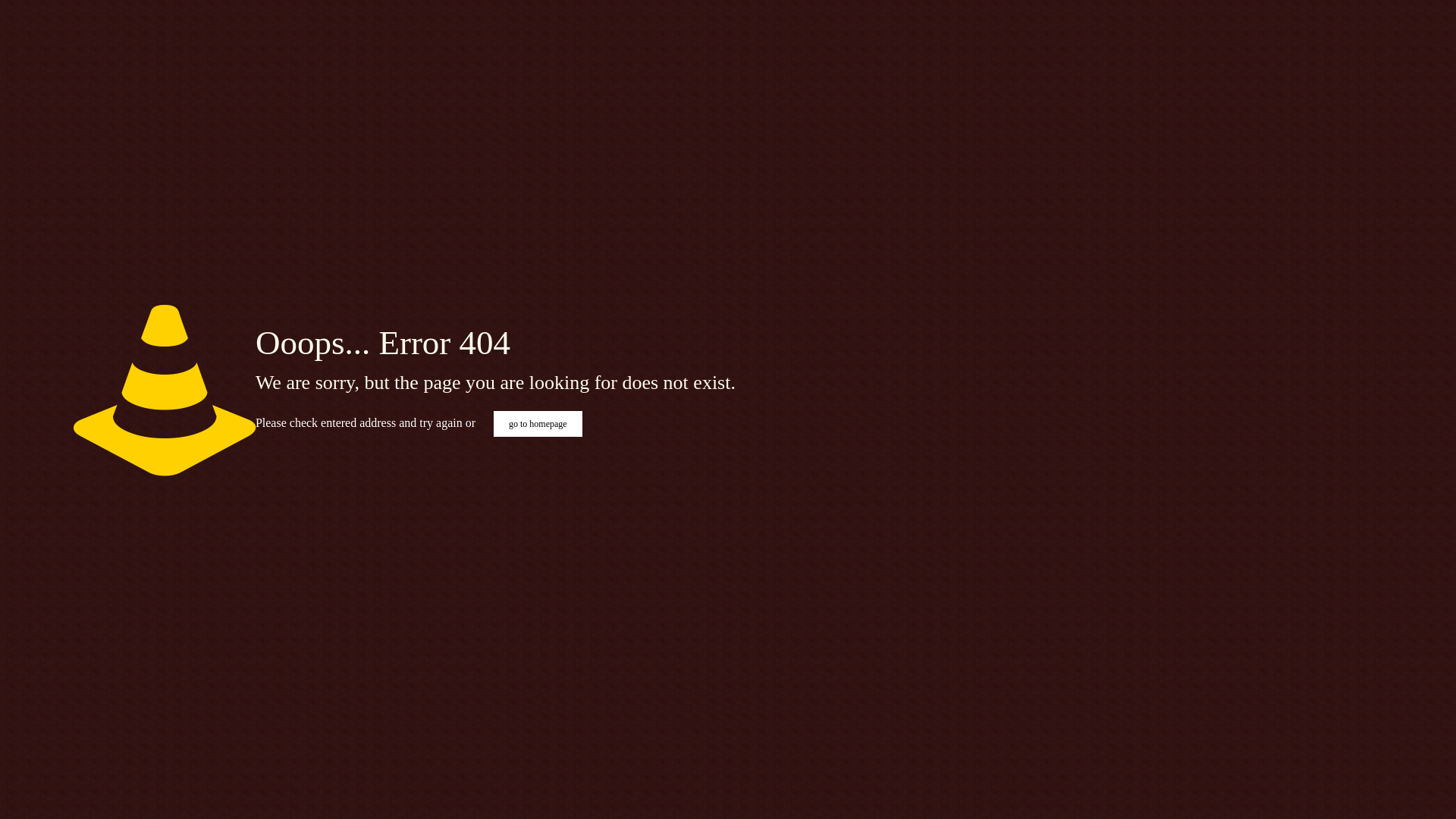 The height and width of the screenshot is (819, 1456). Describe the element at coordinates (538, 424) in the screenshot. I see `'go to homepage'` at that location.